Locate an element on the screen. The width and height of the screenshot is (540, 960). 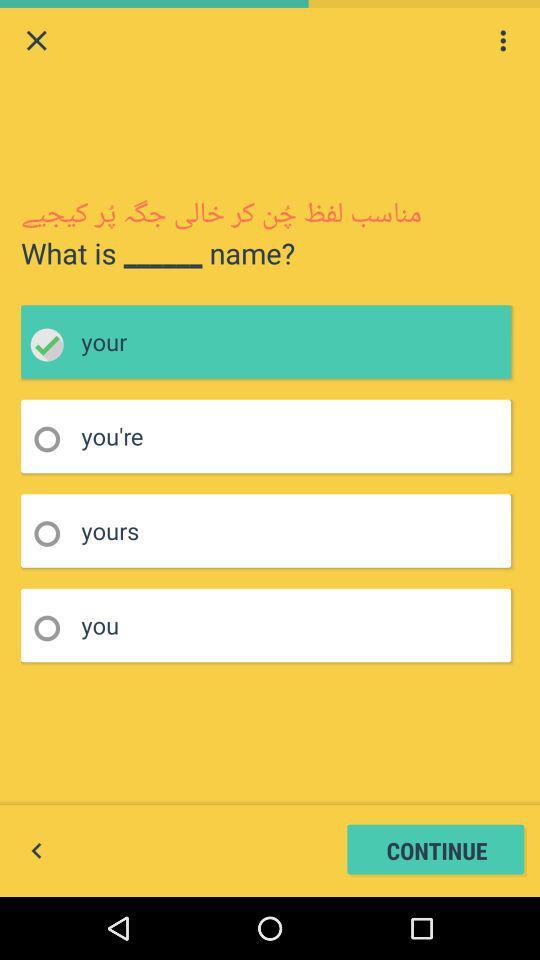
more is located at coordinates (502, 39).